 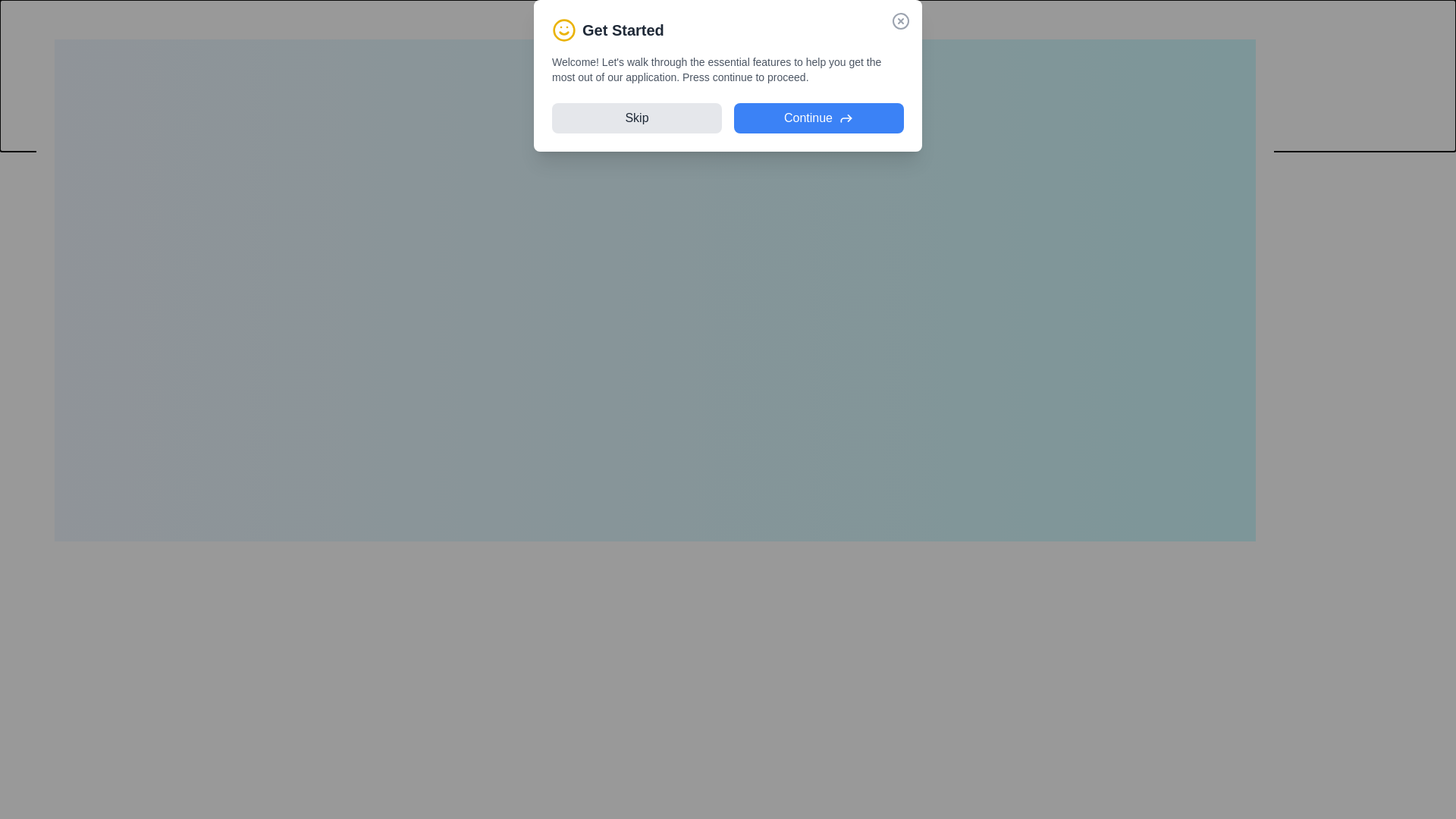 I want to click on the close button (X) to close the dialog, so click(x=1259, y=35).